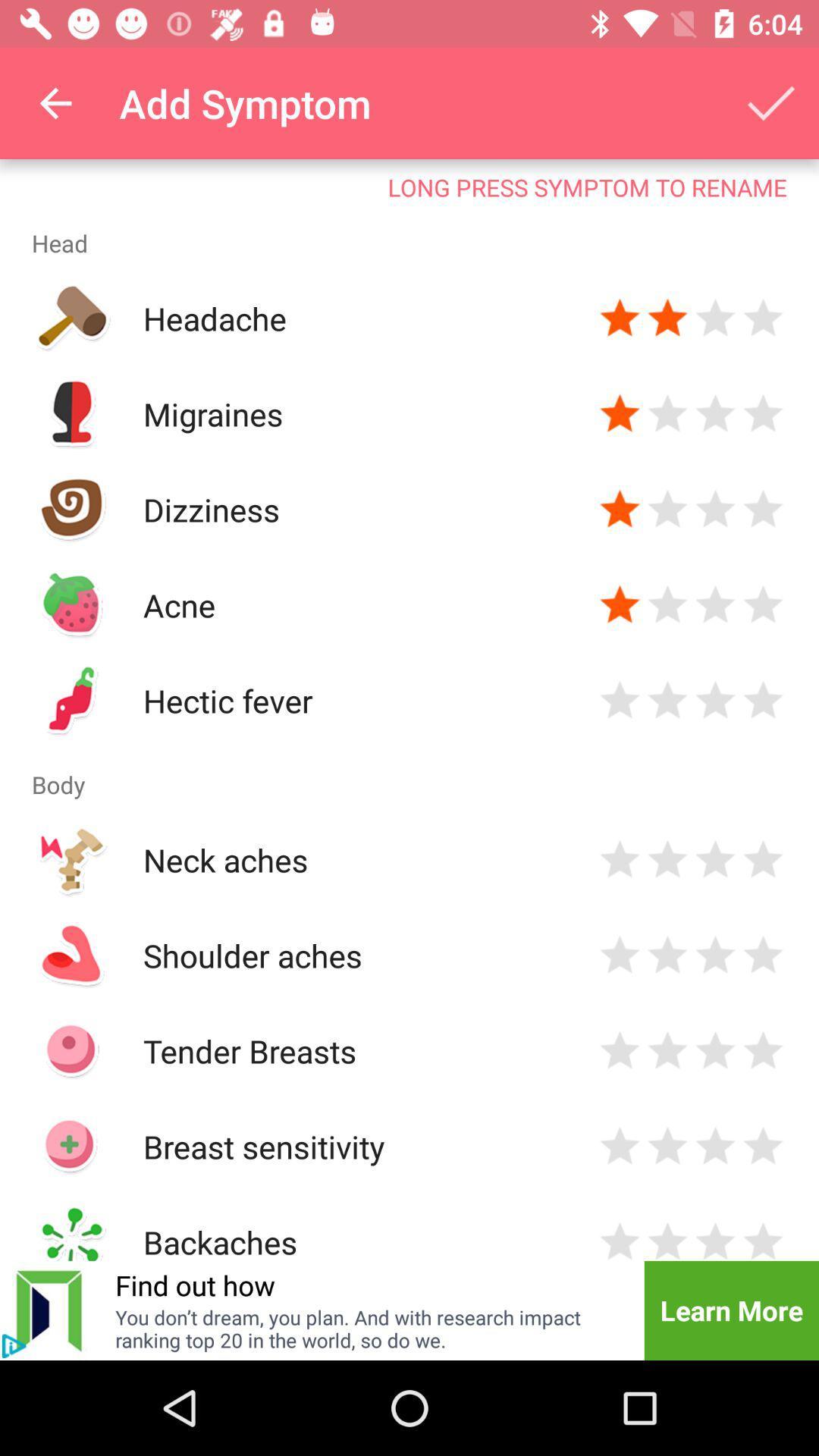 Image resolution: width=819 pixels, height=1456 pixels. What do you see at coordinates (620, 604) in the screenshot?
I see `star rate symptom` at bounding box center [620, 604].